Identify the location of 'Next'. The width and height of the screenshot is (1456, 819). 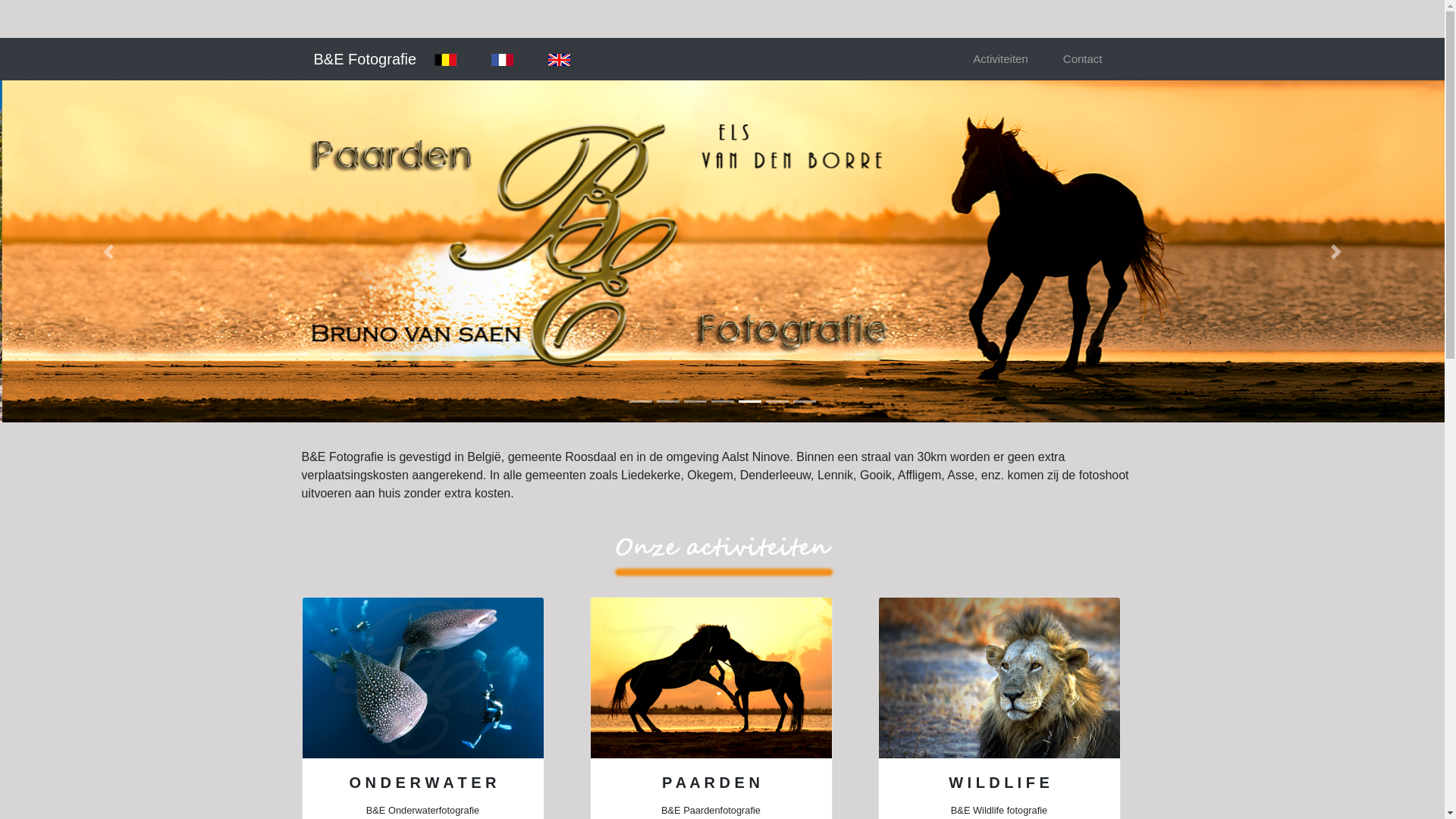
(1335, 250).